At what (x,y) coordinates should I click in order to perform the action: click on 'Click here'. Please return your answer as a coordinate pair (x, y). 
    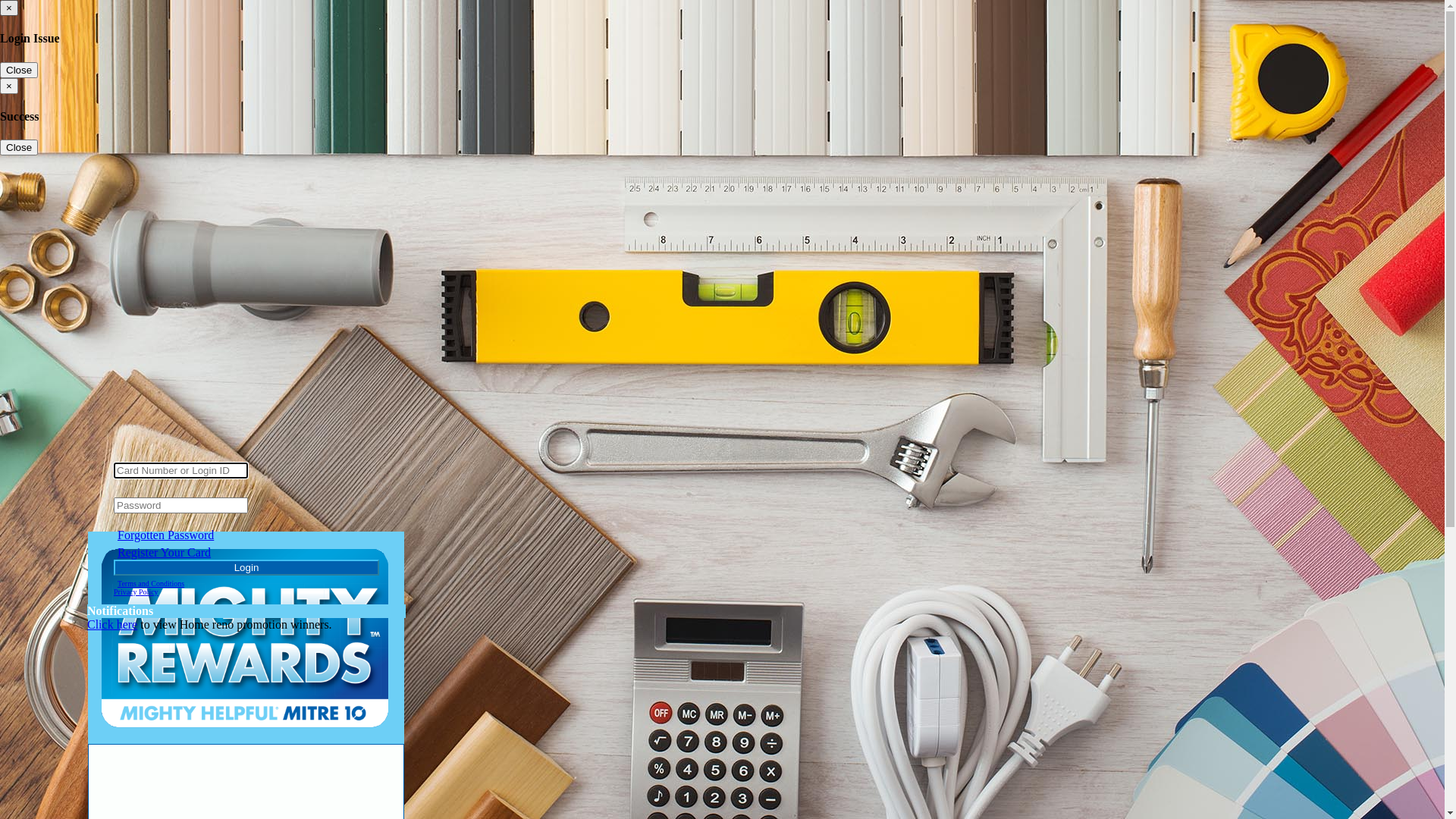
    Looking at the image, I should click on (111, 624).